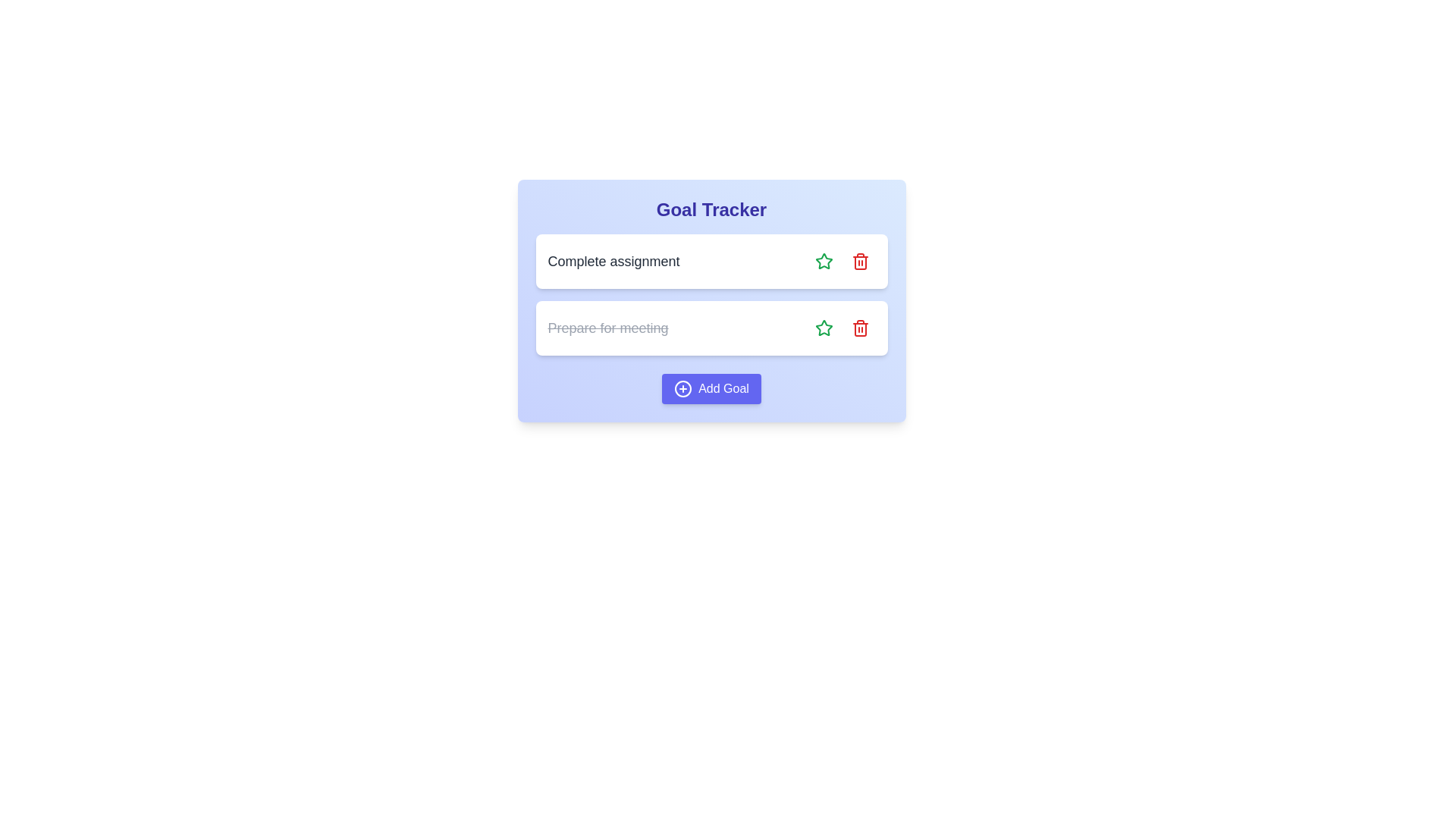  Describe the element at coordinates (823, 327) in the screenshot. I see `the green star icon located` at that location.